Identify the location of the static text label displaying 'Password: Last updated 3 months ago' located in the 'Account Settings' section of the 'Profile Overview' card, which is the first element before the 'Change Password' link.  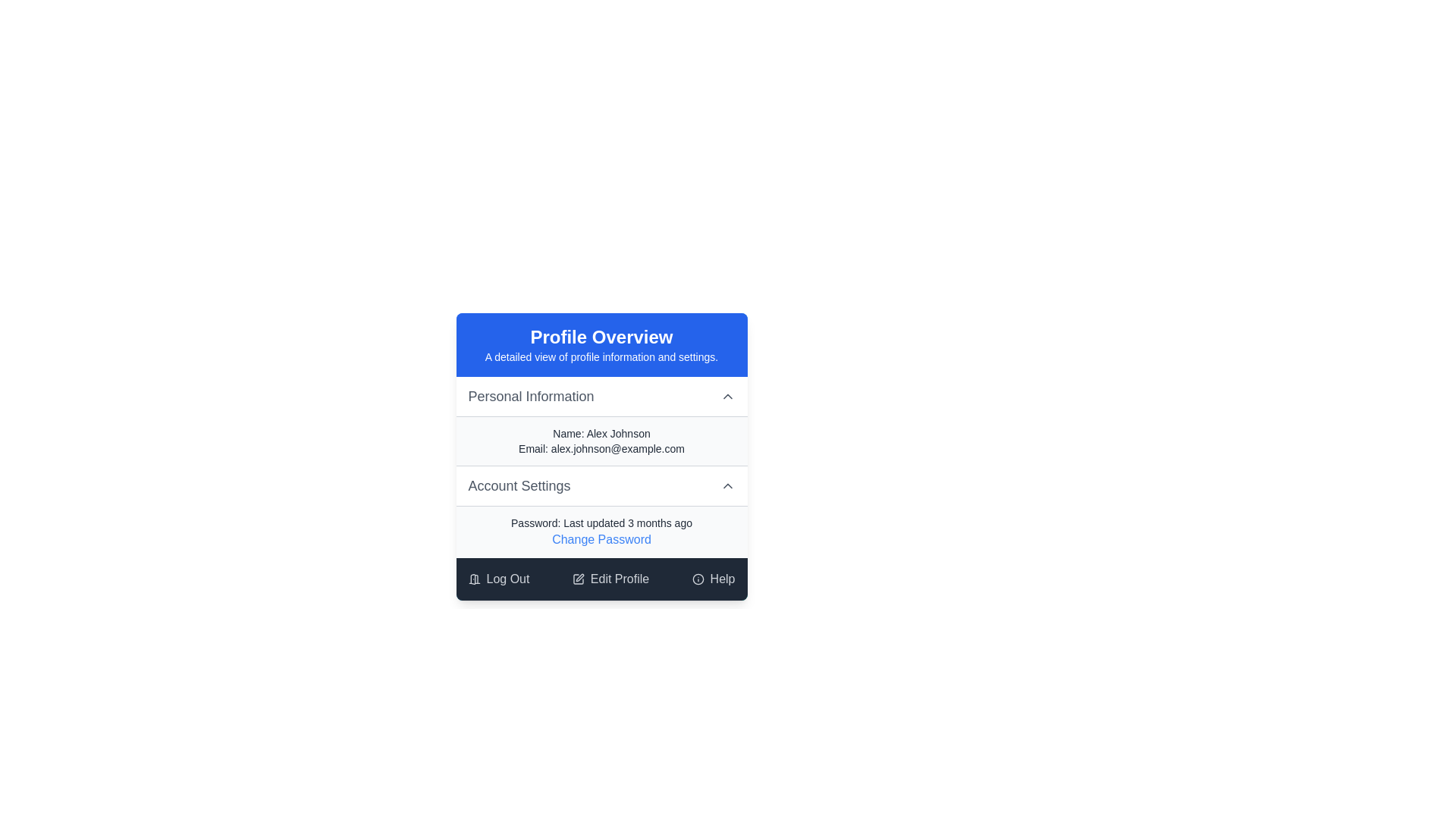
(601, 522).